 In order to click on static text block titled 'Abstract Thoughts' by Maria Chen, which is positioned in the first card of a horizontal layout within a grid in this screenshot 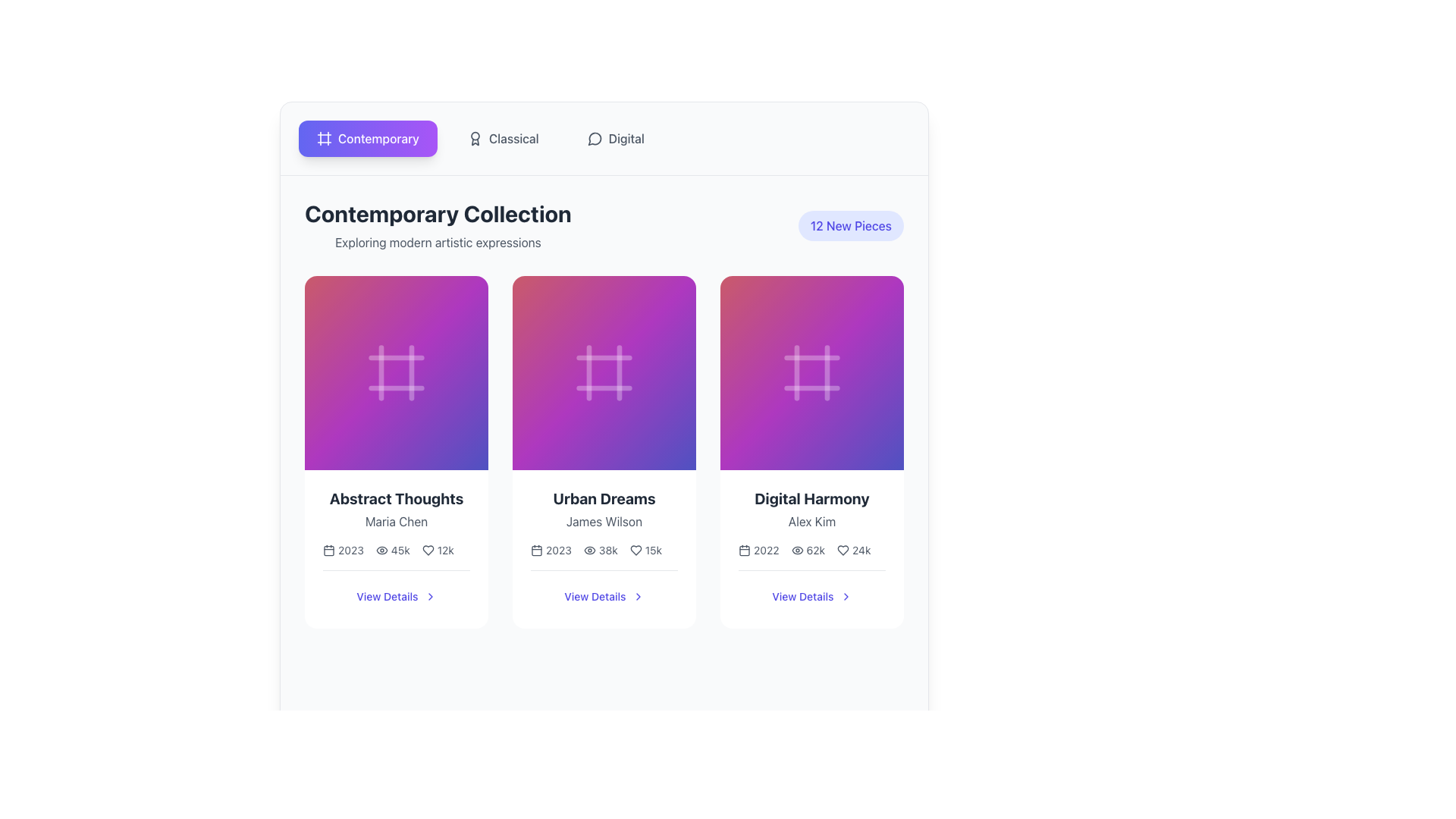, I will do `click(397, 509)`.